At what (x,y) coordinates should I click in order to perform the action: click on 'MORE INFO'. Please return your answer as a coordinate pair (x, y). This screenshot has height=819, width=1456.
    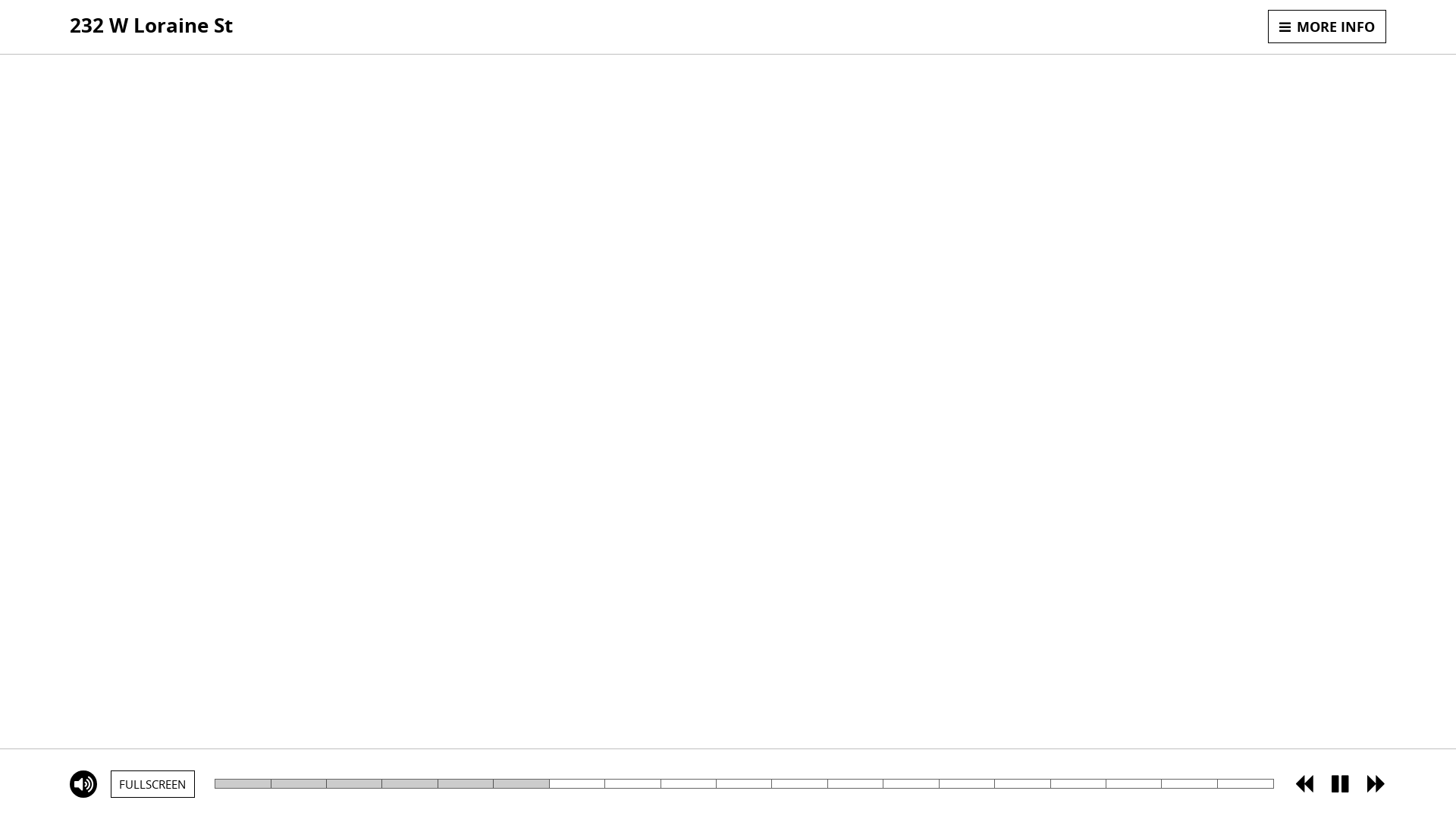
    Looking at the image, I should click on (1326, 26).